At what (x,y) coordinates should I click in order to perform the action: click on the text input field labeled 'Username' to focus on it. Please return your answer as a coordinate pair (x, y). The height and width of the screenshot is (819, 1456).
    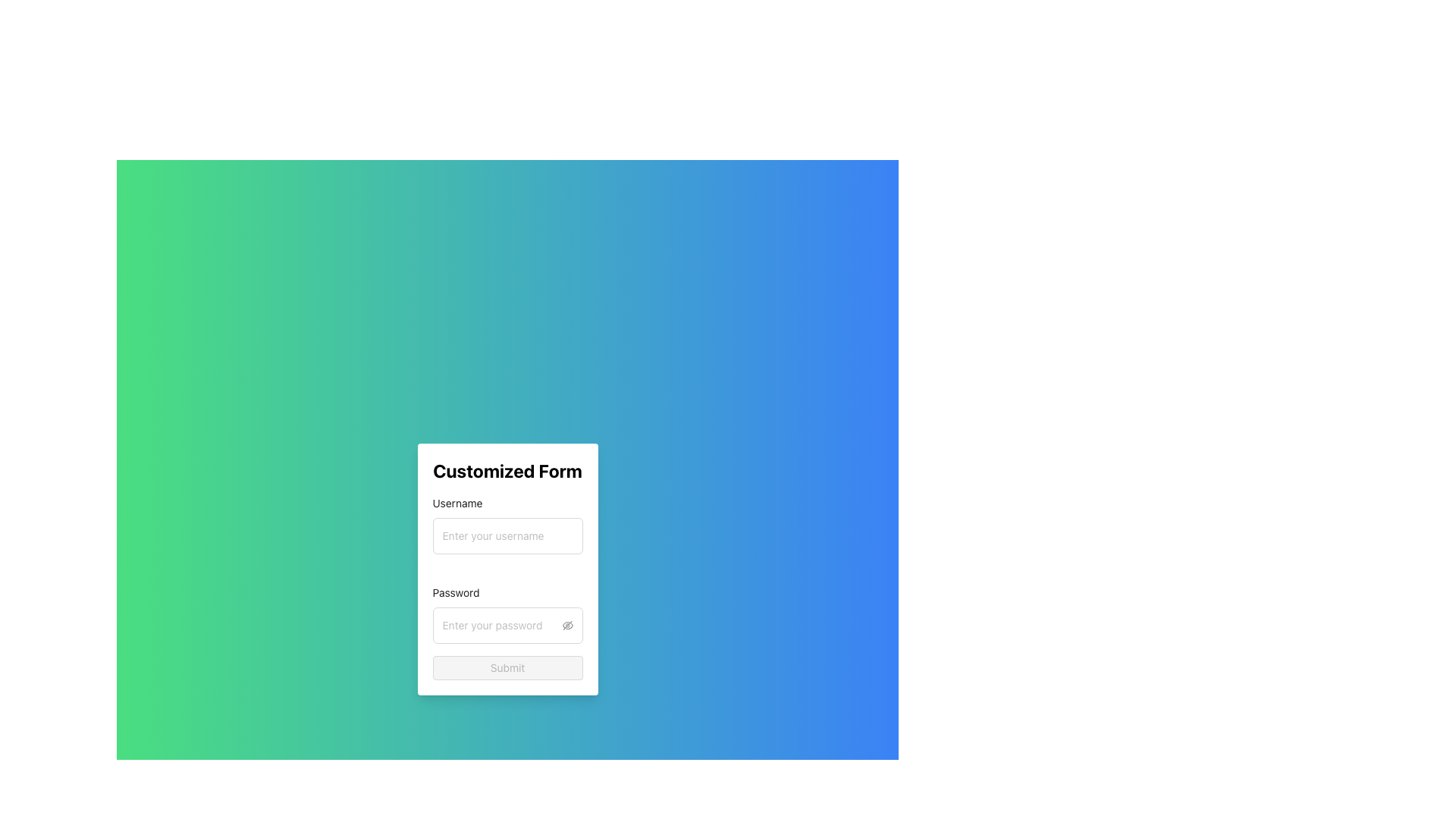
    Looking at the image, I should click on (507, 535).